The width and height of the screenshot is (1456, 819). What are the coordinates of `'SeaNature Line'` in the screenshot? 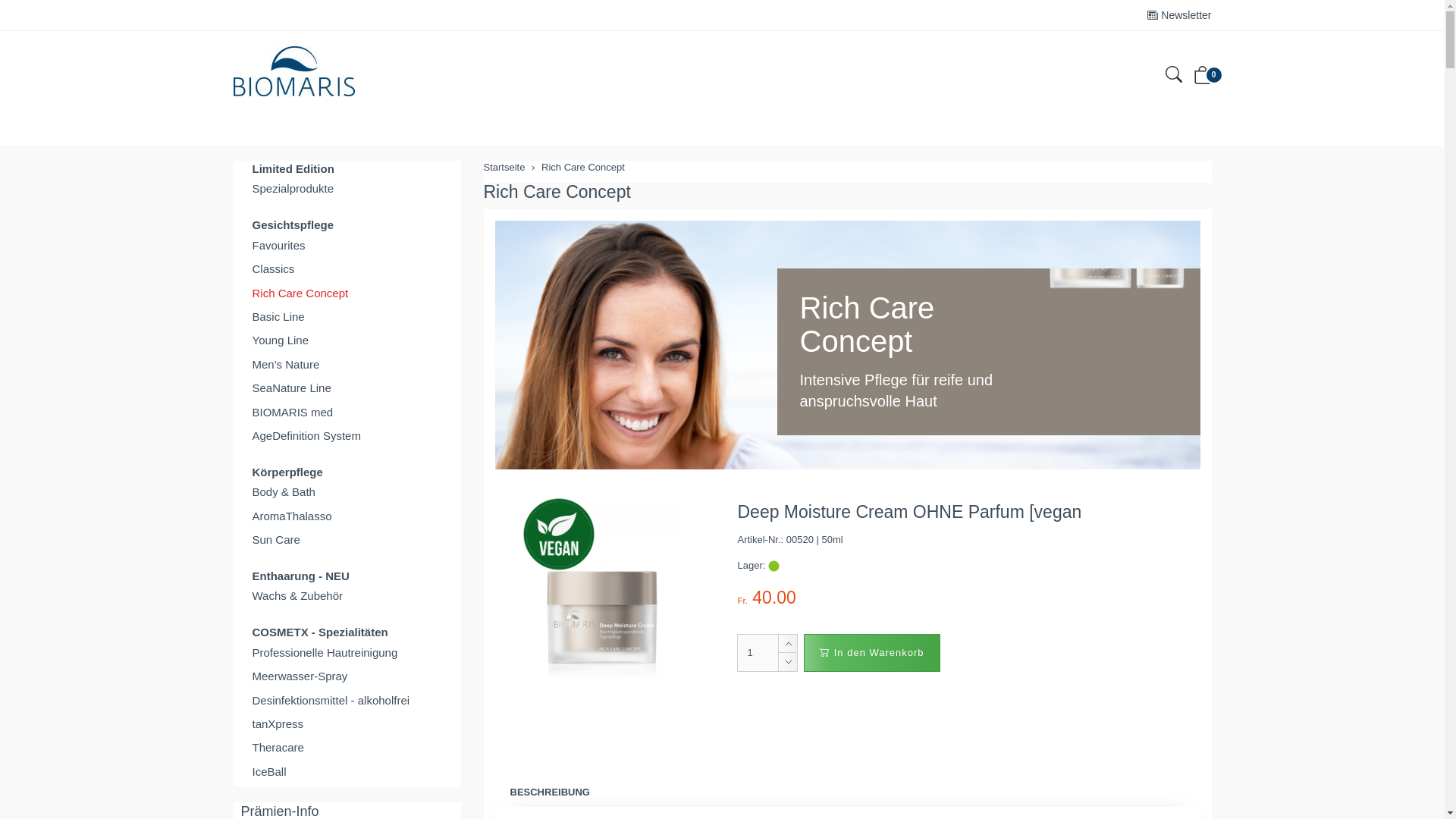 It's located at (346, 387).